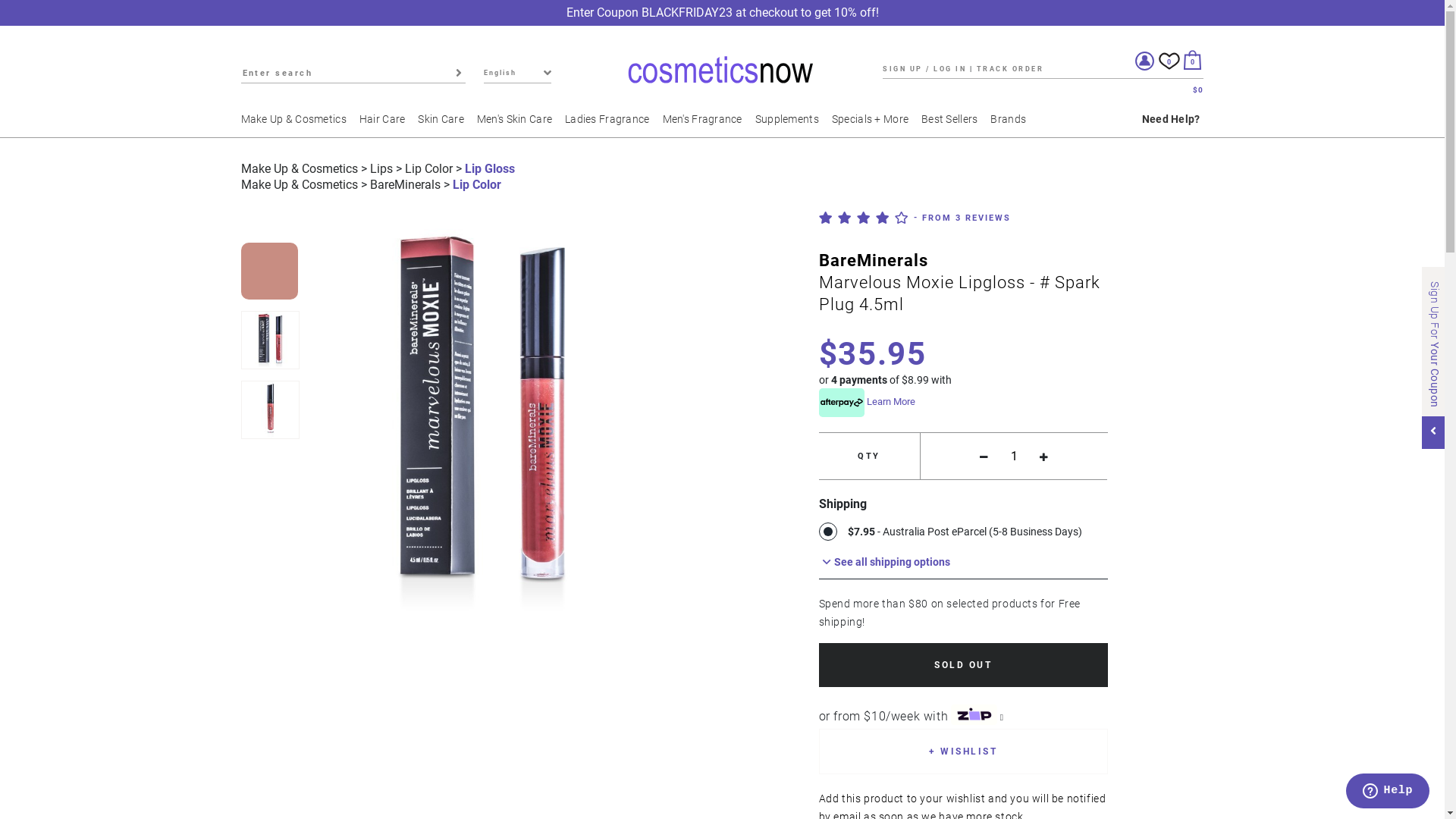 The width and height of the screenshot is (1456, 819). Describe the element at coordinates (1012, 124) in the screenshot. I see `'Brands'` at that location.